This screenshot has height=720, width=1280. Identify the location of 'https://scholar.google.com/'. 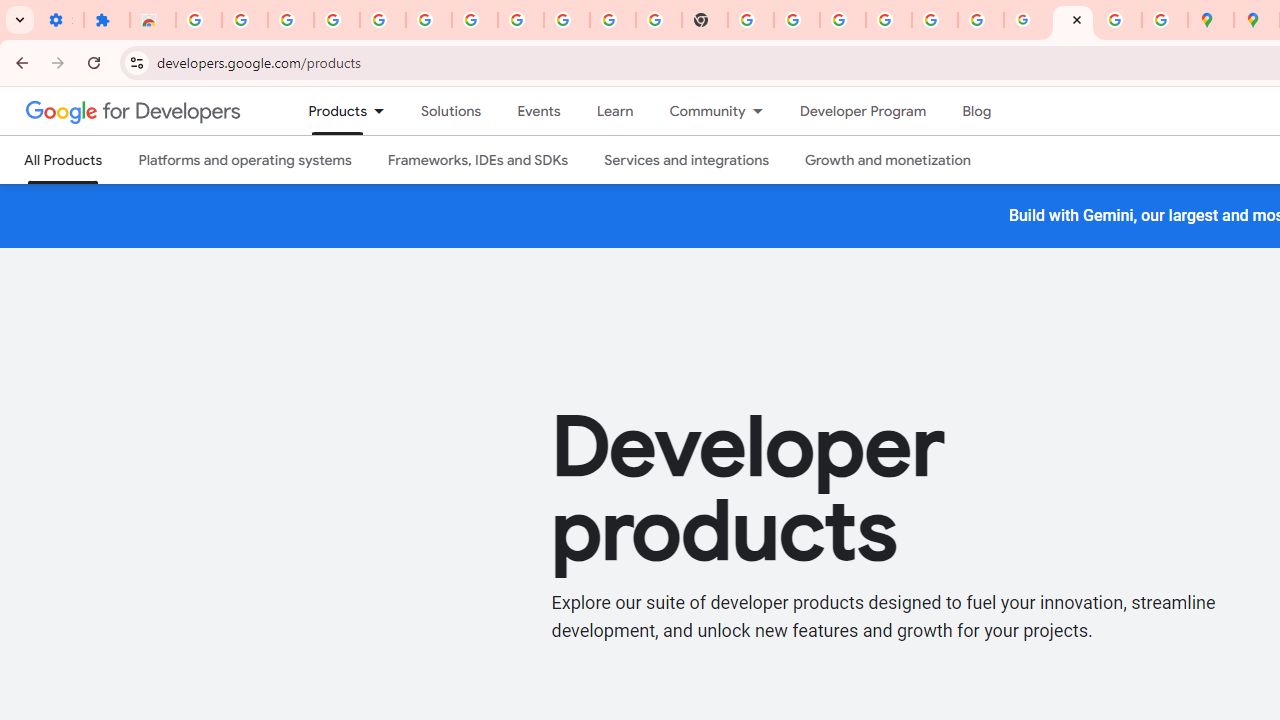
(750, 20).